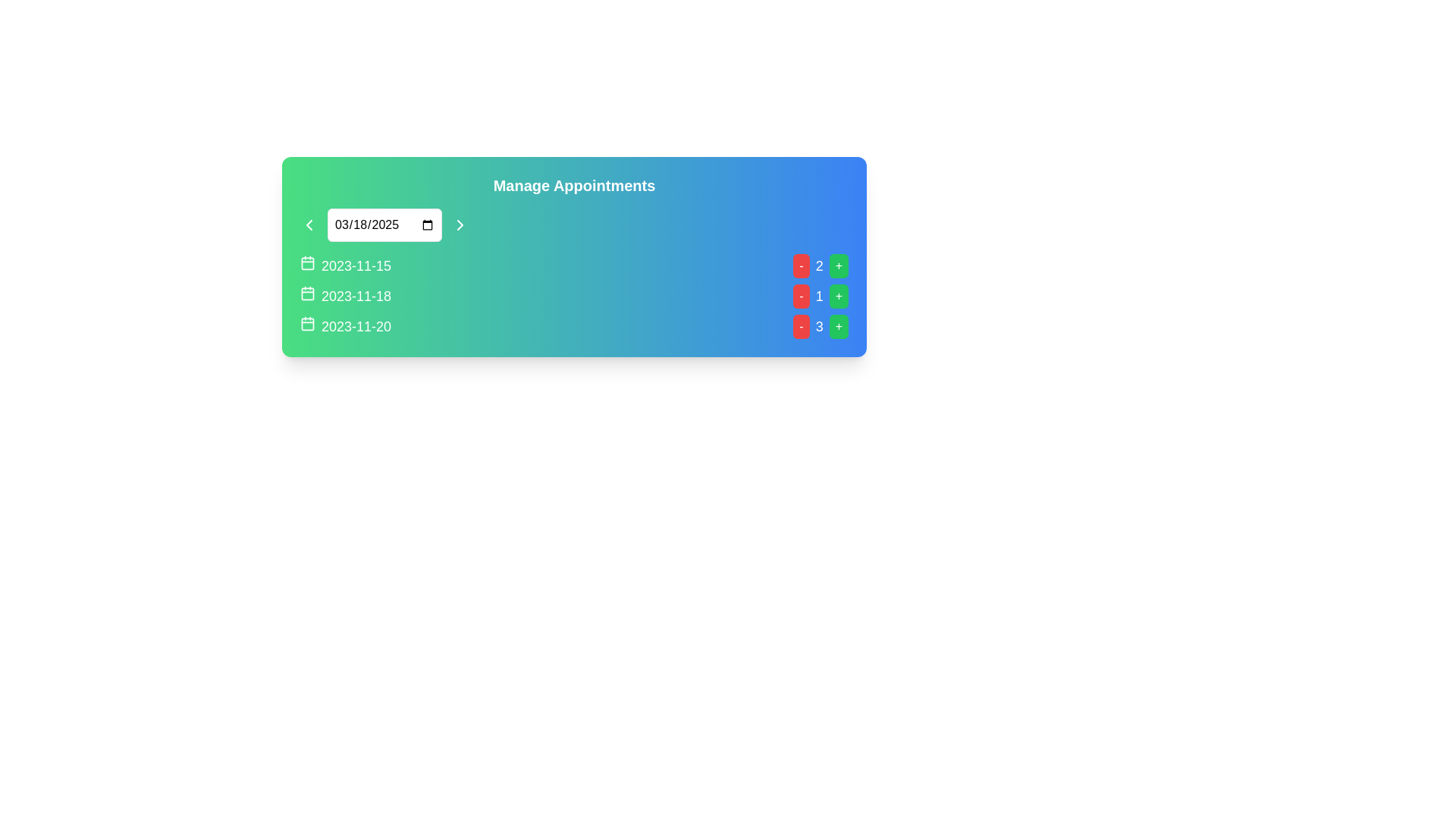 This screenshot has height=819, width=1456. I want to click on the green button with rounded corners and a '+' symbol, so click(838, 296).